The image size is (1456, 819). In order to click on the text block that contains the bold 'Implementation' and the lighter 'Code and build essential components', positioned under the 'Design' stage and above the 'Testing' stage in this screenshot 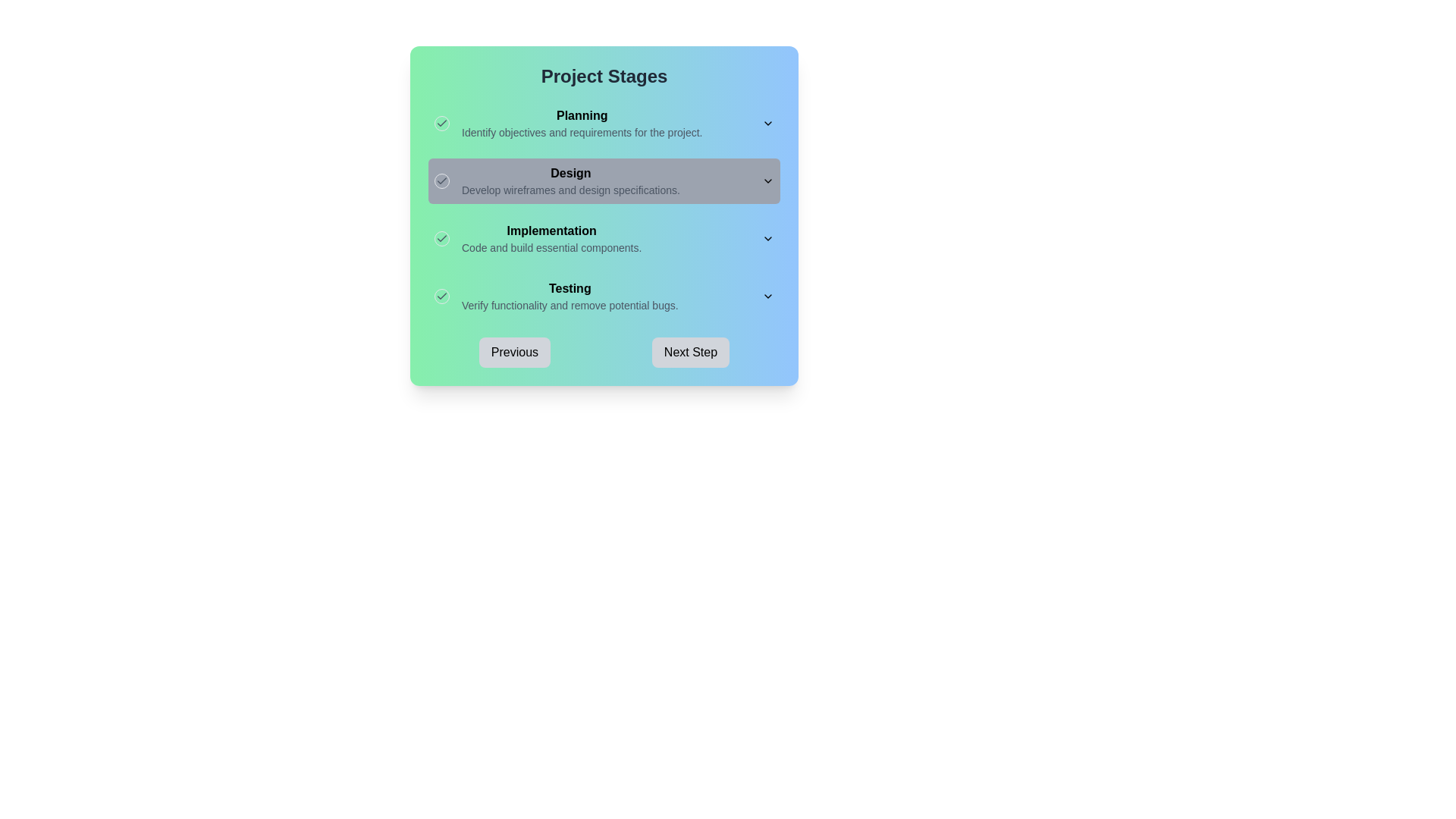, I will do `click(551, 239)`.